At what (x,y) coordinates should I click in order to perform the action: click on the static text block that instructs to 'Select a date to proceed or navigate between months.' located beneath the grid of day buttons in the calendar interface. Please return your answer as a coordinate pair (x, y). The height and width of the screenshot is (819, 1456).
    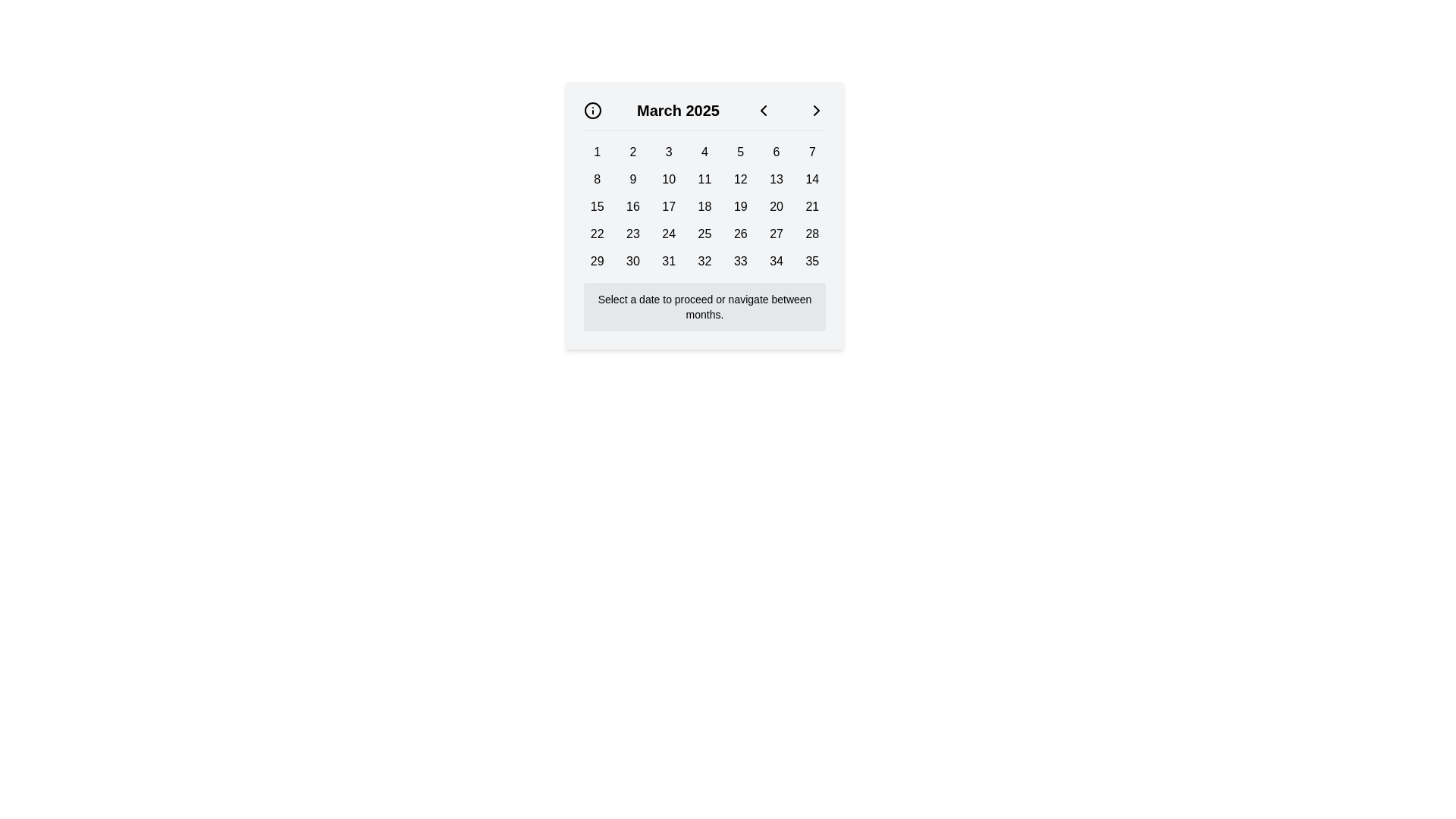
    Looking at the image, I should click on (704, 307).